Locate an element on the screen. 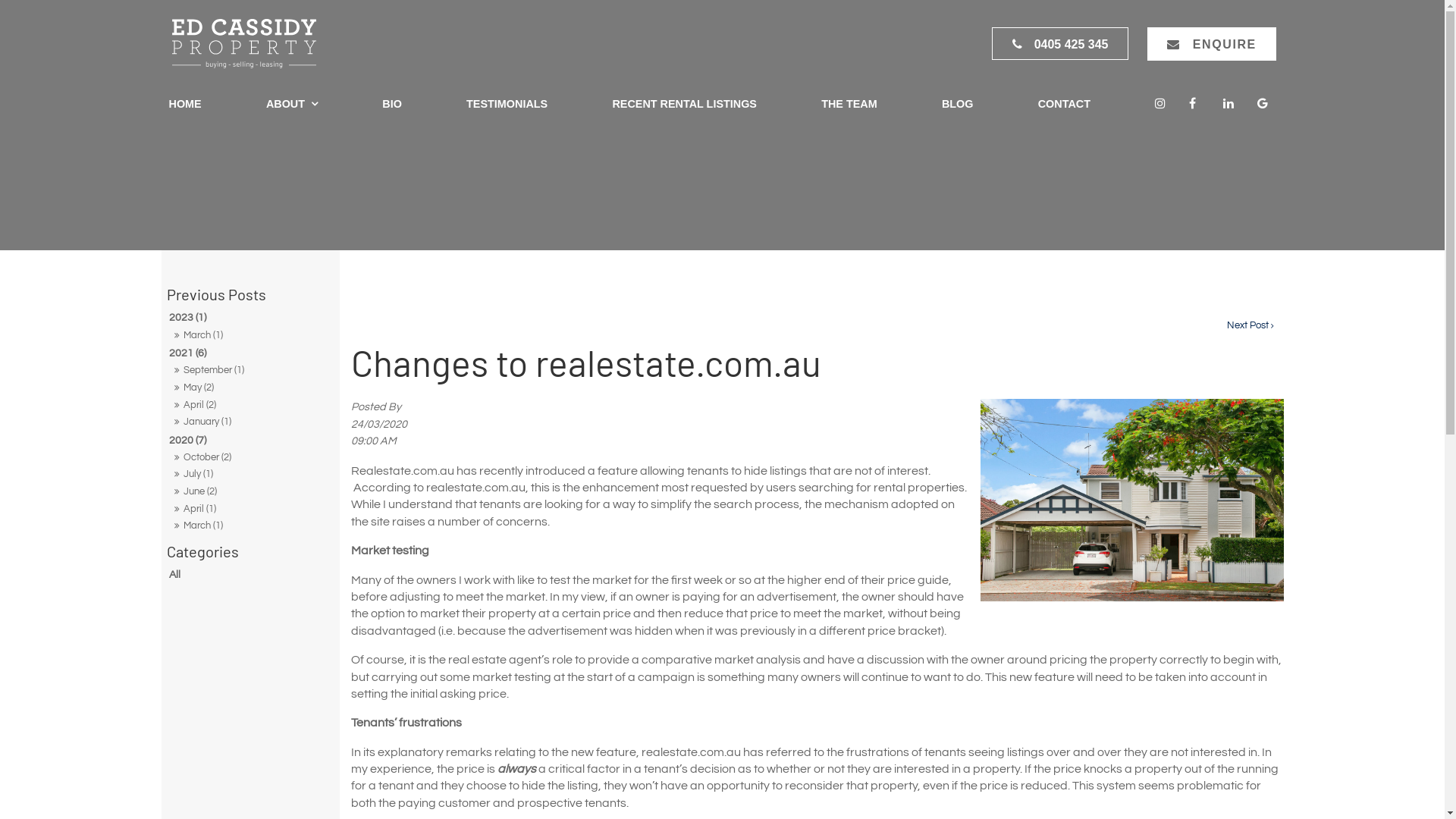 This screenshot has width=1456, height=819. 'September (1)' is located at coordinates (250, 371).